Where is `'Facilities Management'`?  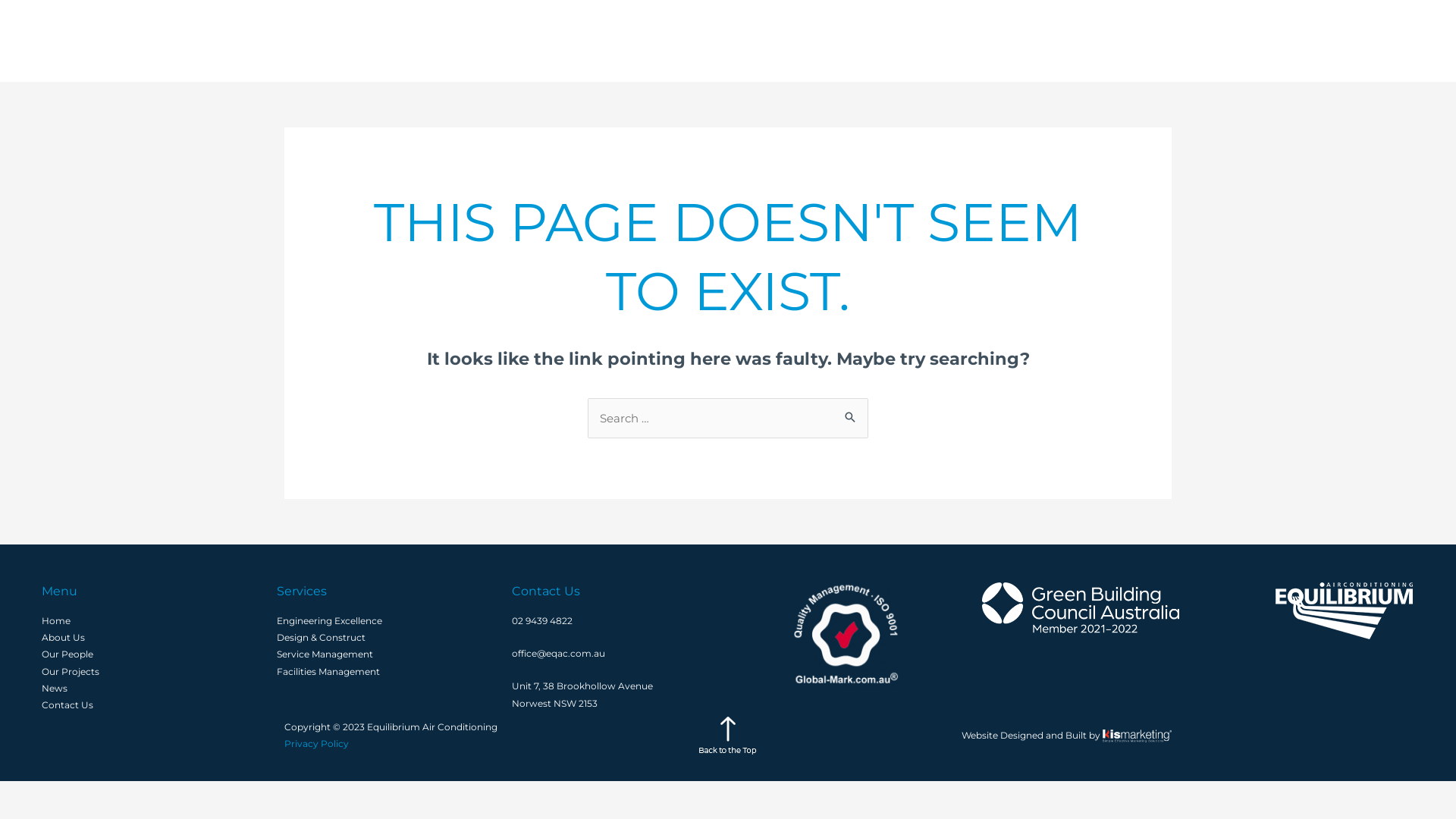
'Facilities Management' is located at coordinates (327, 670).